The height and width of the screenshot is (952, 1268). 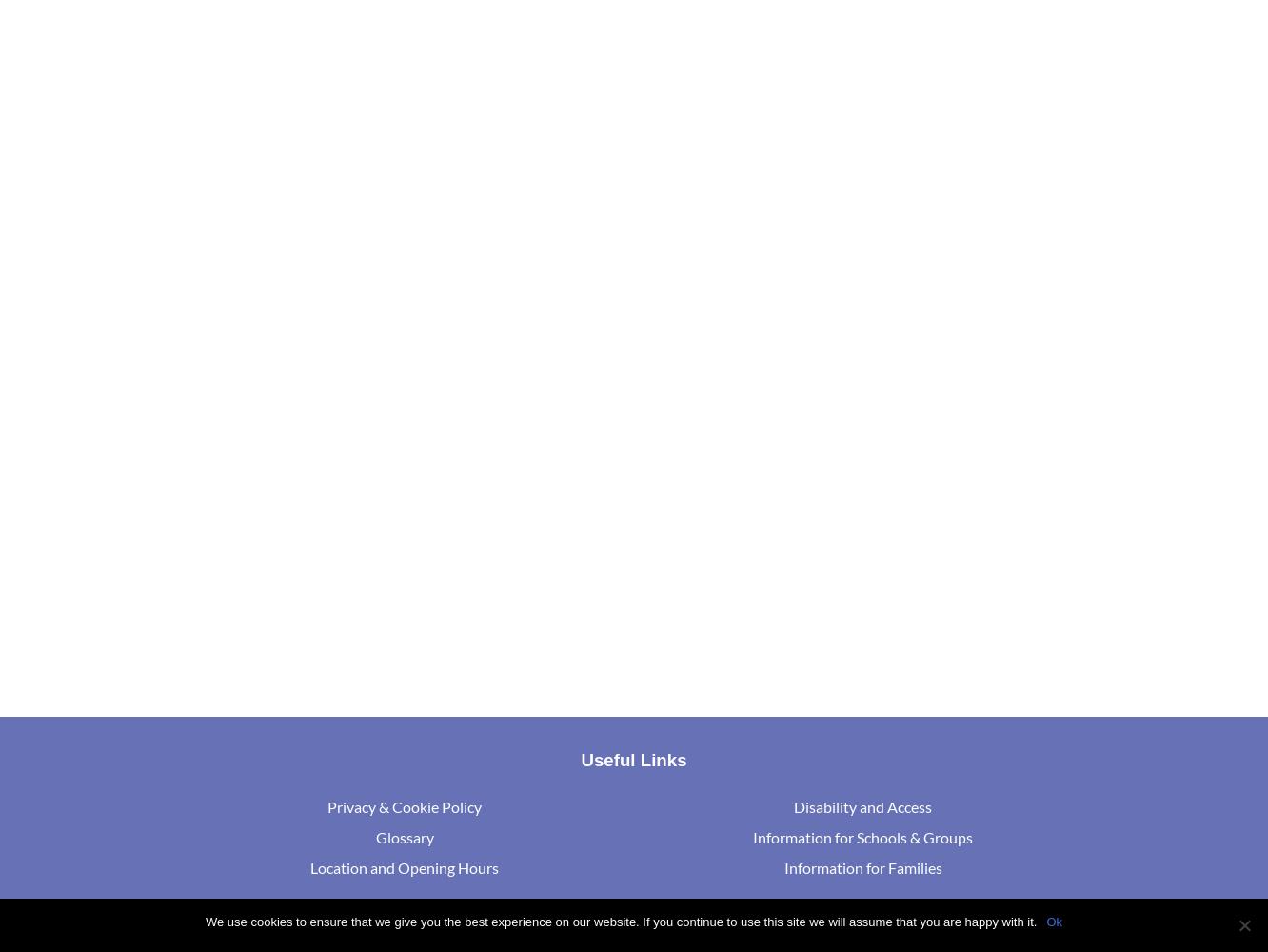 What do you see at coordinates (421, 931) in the screenshot?
I see `'© 2023 Aberystwyth University'` at bounding box center [421, 931].